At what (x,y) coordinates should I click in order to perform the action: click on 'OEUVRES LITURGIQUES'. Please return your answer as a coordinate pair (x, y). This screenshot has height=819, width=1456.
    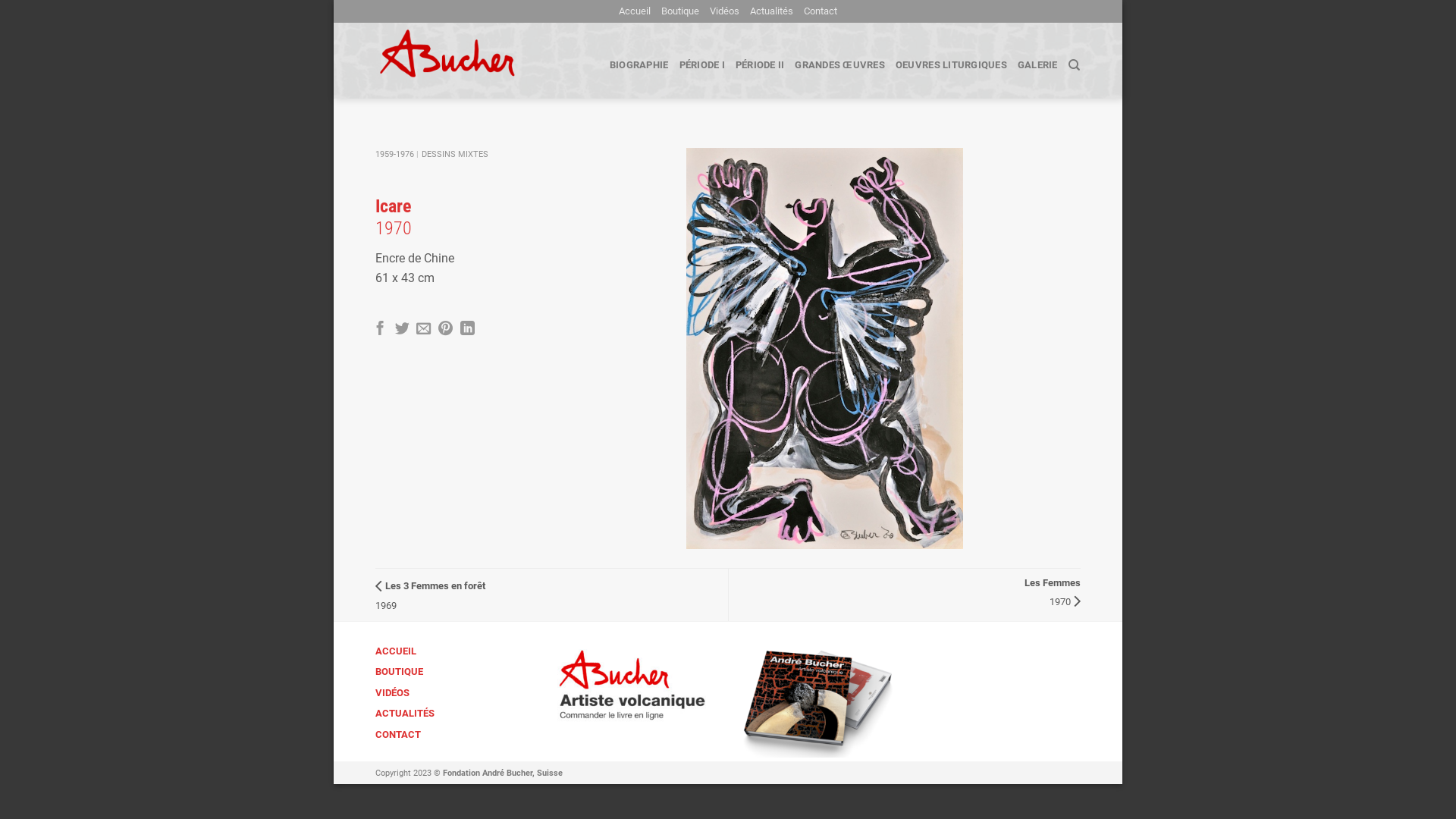
    Looking at the image, I should click on (950, 64).